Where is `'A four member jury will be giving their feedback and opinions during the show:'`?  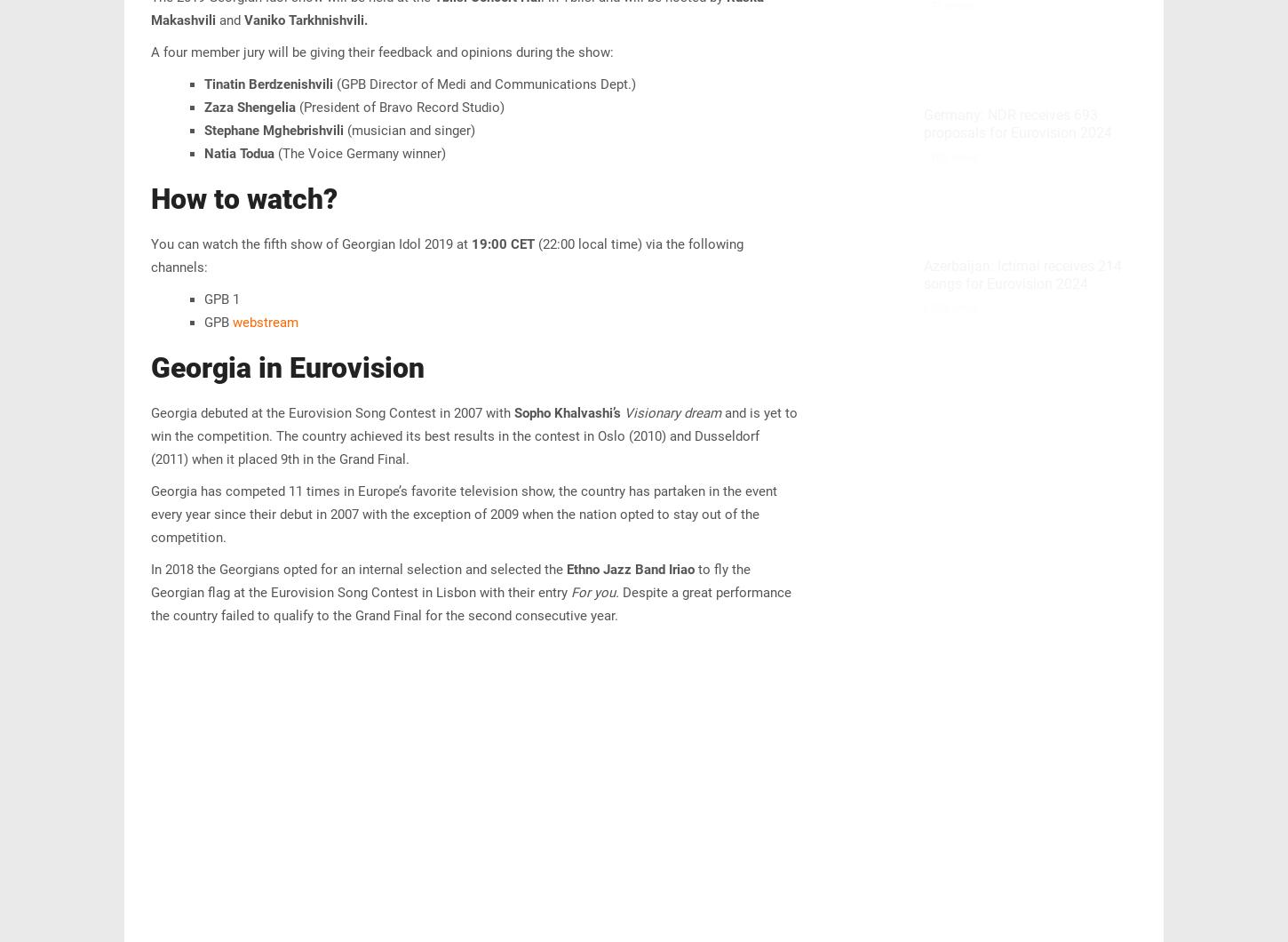 'A four member jury will be giving their feedback and opinions during the show:' is located at coordinates (381, 52).